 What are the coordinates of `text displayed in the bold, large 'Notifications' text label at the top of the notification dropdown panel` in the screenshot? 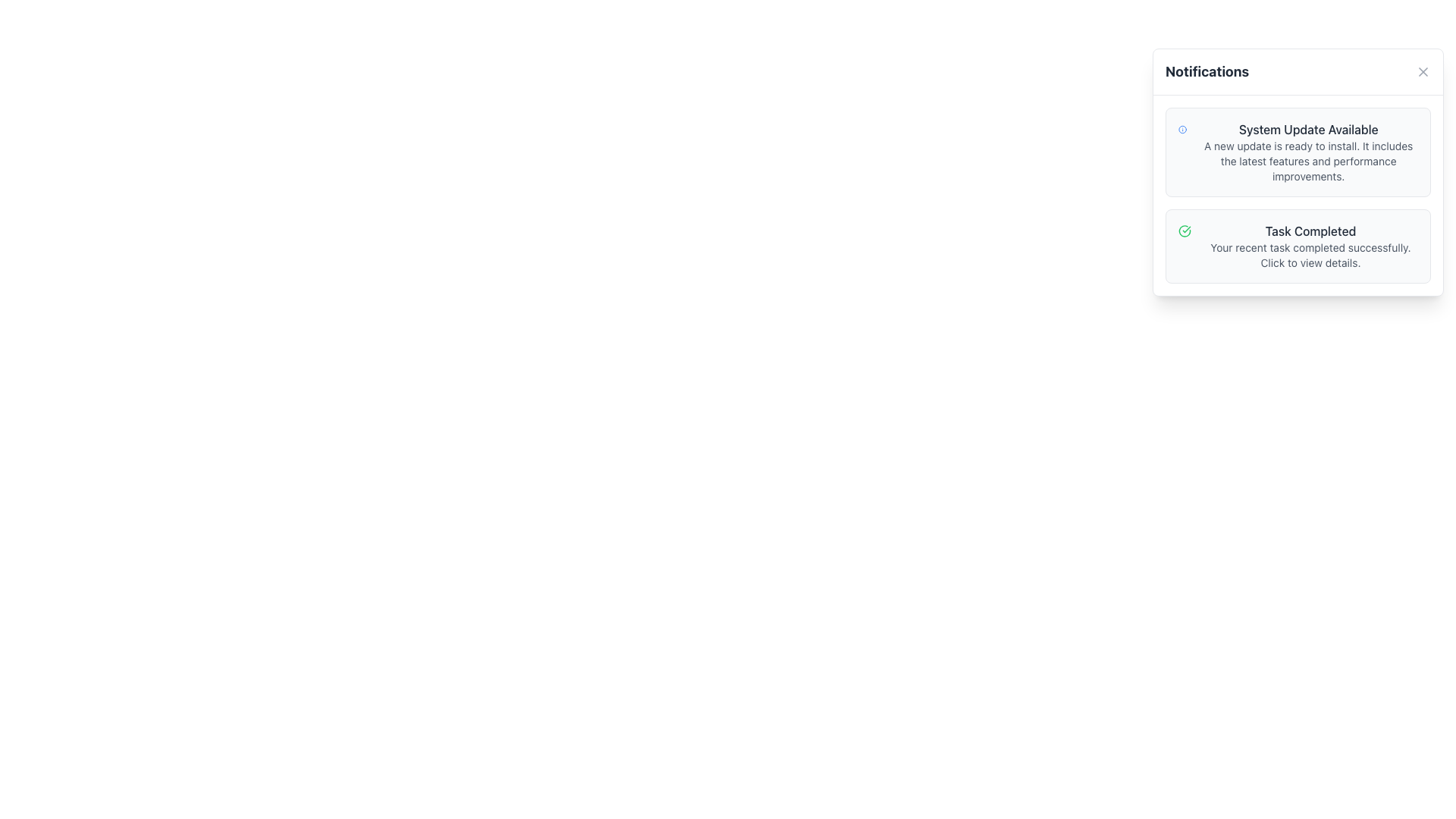 It's located at (1207, 72).